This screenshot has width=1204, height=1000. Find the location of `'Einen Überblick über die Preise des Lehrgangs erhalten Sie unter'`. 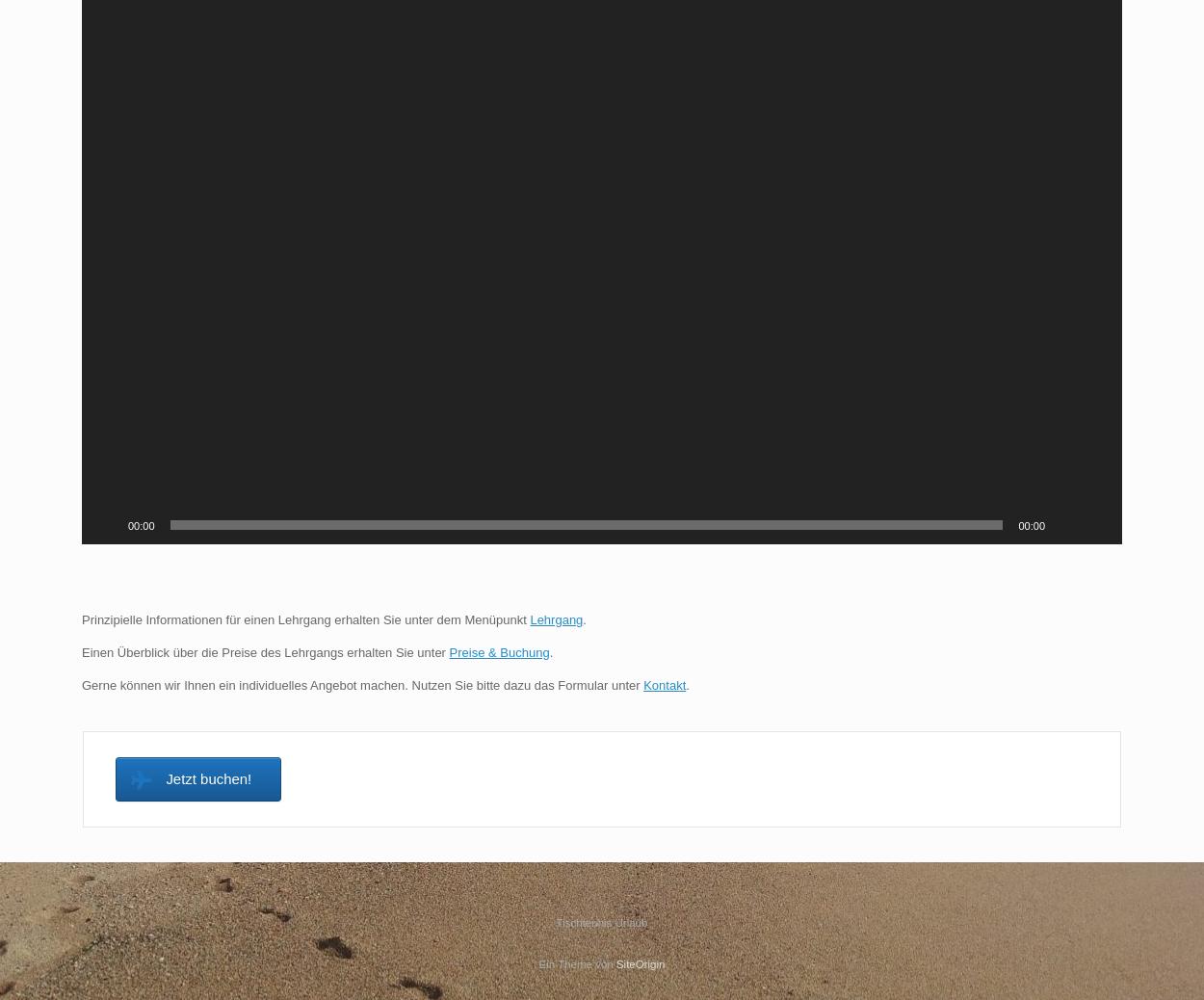

'Einen Überblick über die Preise des Lehrgangs erhalten Sie unter' is located at coordinates (265, 651).